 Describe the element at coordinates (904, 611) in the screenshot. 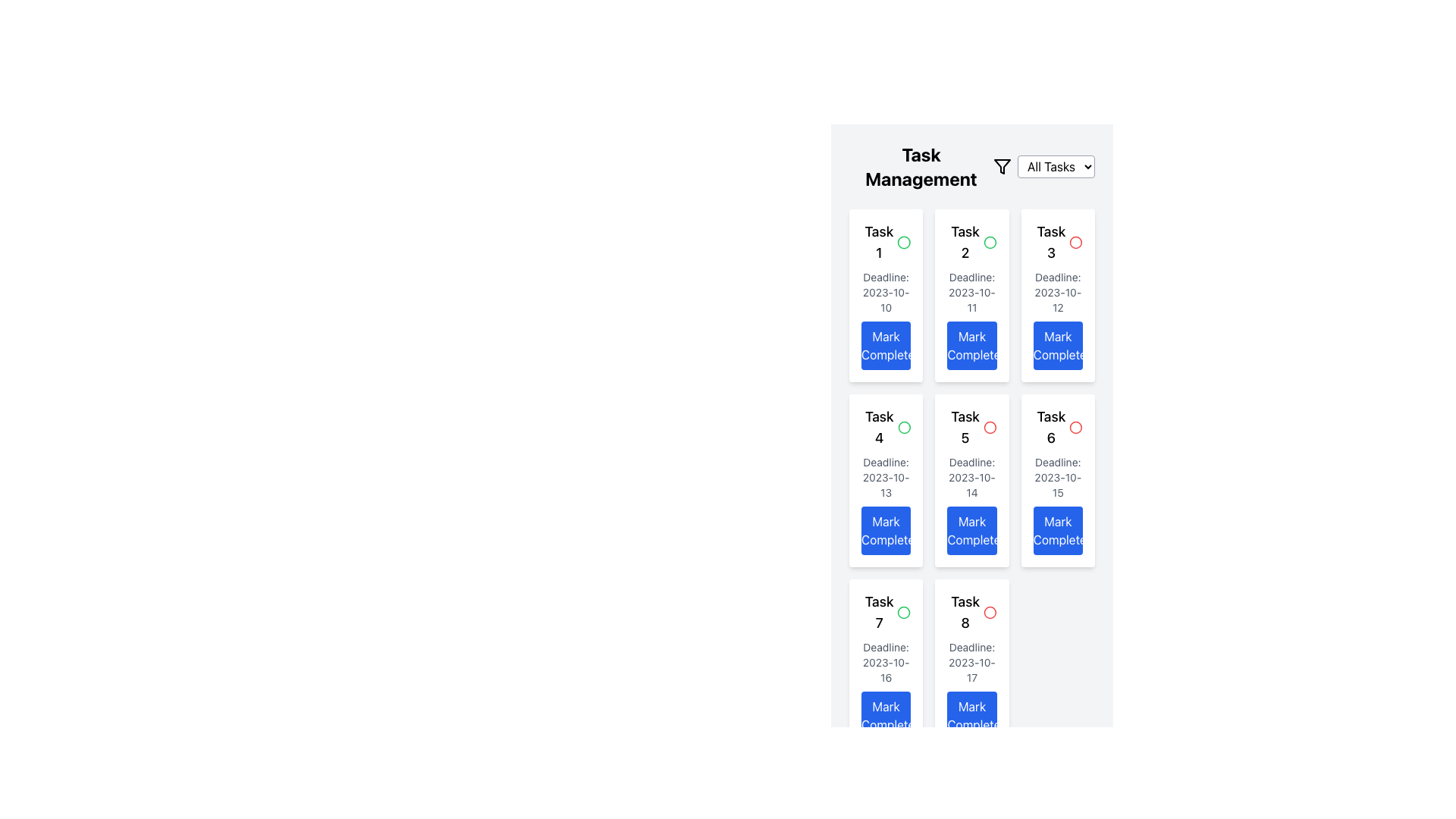

I see `the green circular SVG shape located in the second column of the grid inside the 'Task 2' card, positioned near the top right of the task title` at that location.